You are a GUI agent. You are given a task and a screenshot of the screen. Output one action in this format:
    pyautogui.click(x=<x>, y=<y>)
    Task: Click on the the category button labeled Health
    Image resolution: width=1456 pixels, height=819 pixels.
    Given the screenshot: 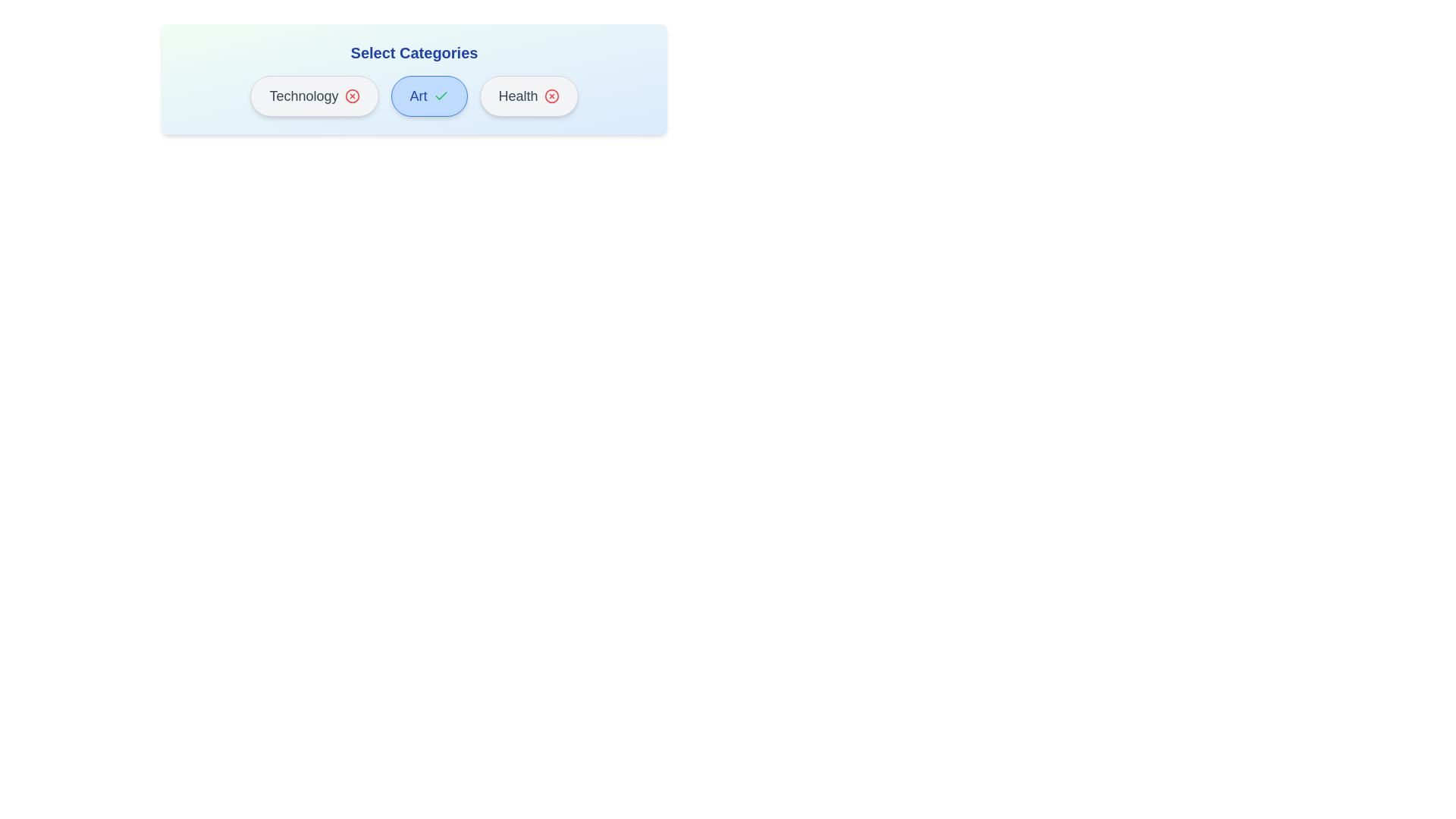 What is the action you would take?
    pyautogui.click(x=529, y=96)
    